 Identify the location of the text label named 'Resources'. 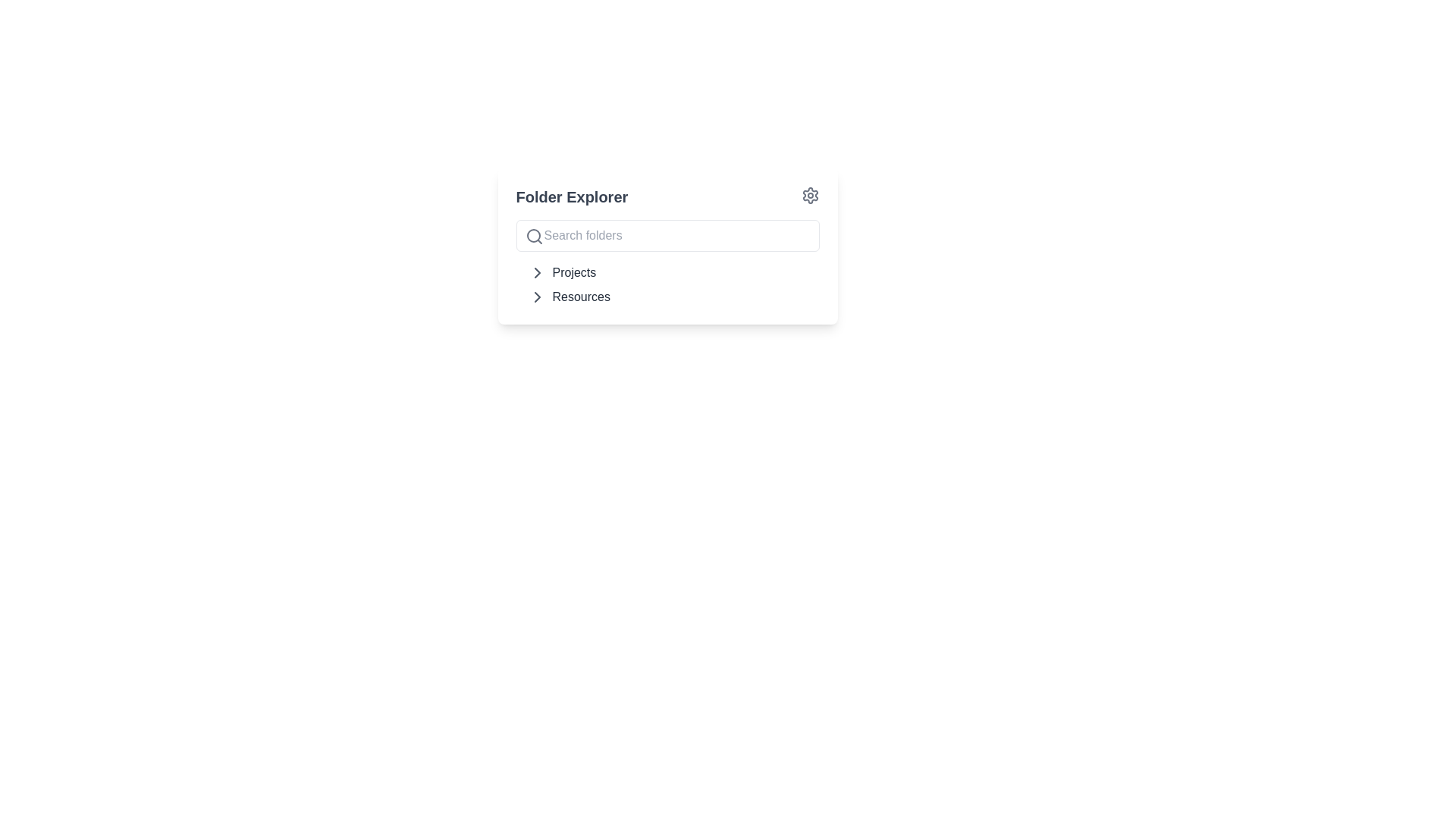
(580, 297).